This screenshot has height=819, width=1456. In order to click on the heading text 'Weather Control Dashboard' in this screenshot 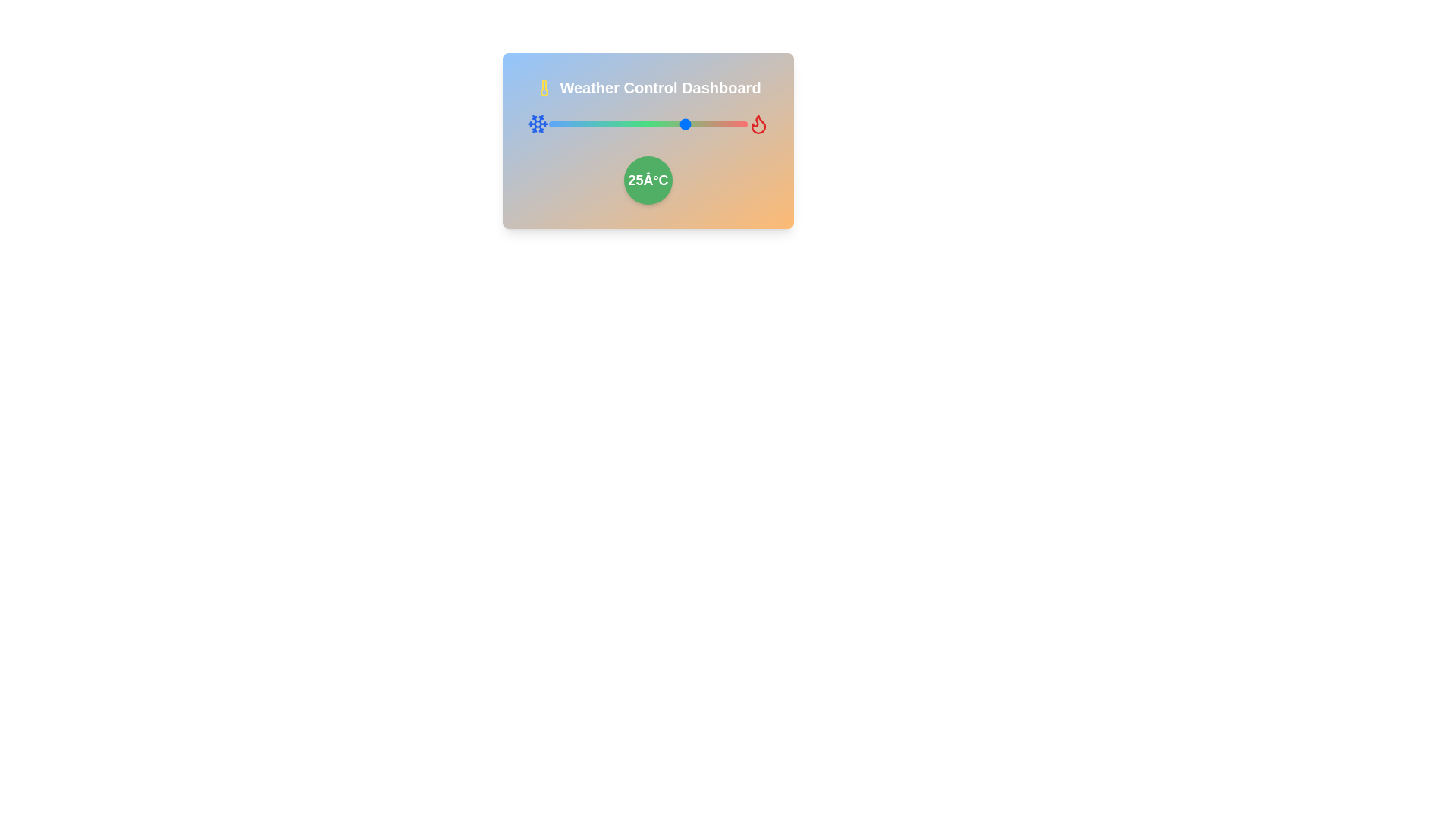, I will do `click(648, 87)`.